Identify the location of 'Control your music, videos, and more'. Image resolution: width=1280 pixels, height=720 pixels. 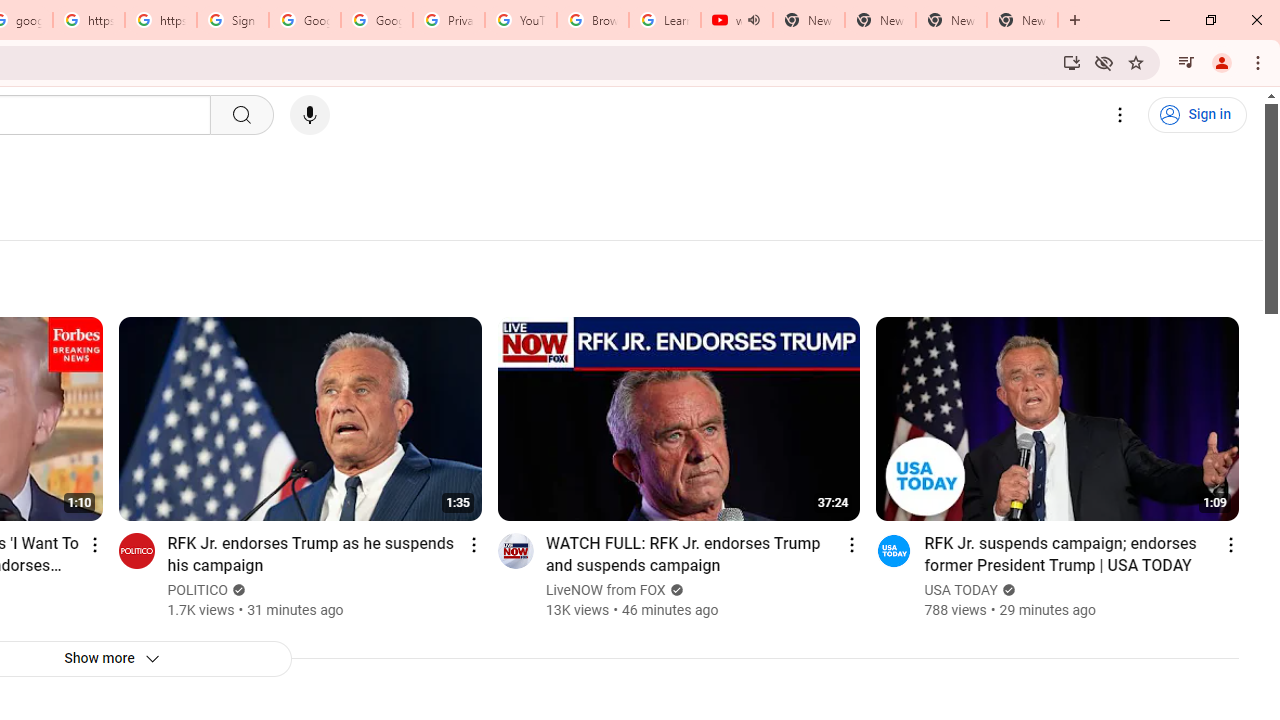
(1185, 61).